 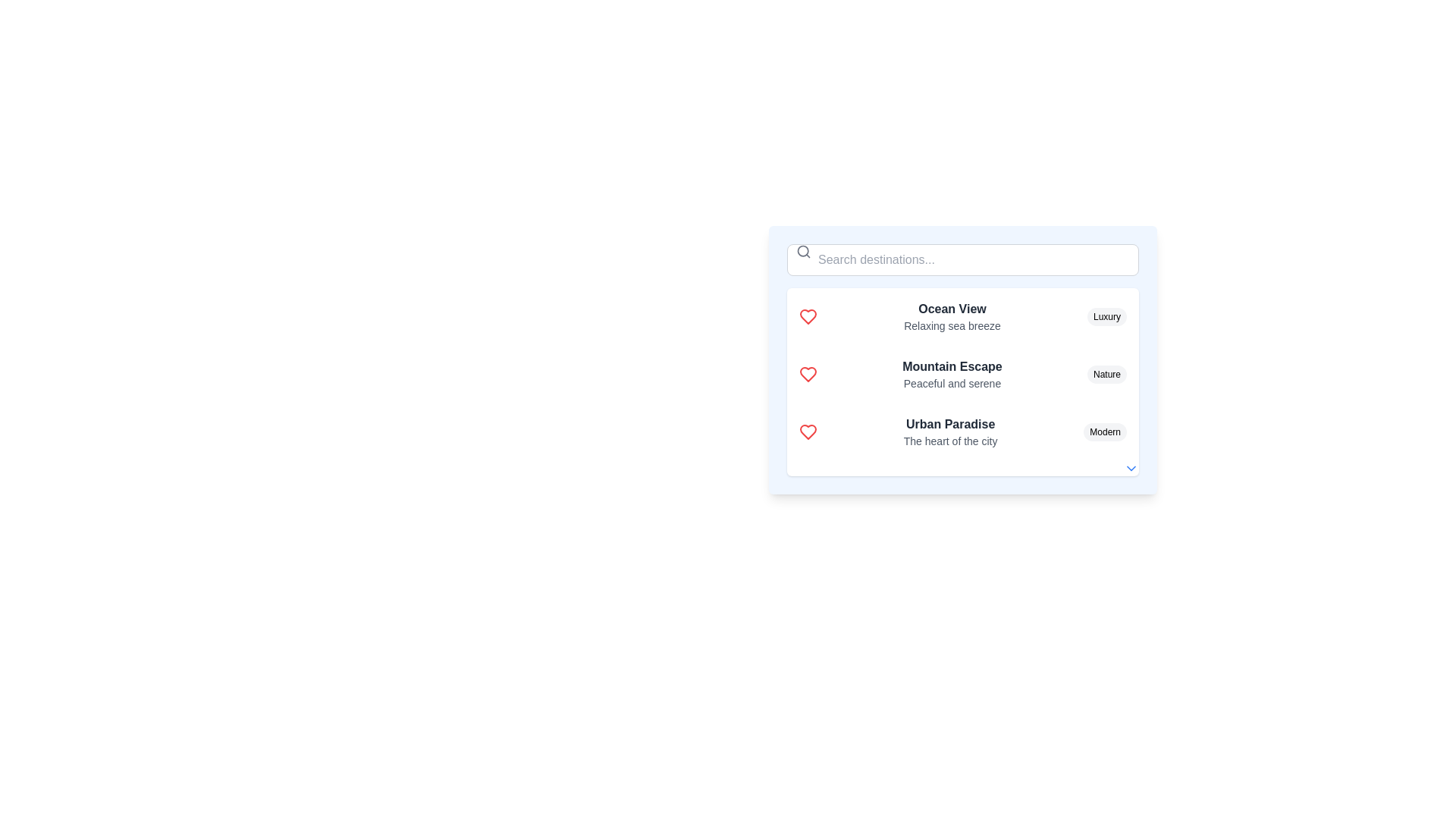 I want to click on text on the tag located in the bottom-right corner of the list item labeled 'Urban Paradise', adjacent to the descriptive text 'The heart of the city', so click(x=1105, y=432).